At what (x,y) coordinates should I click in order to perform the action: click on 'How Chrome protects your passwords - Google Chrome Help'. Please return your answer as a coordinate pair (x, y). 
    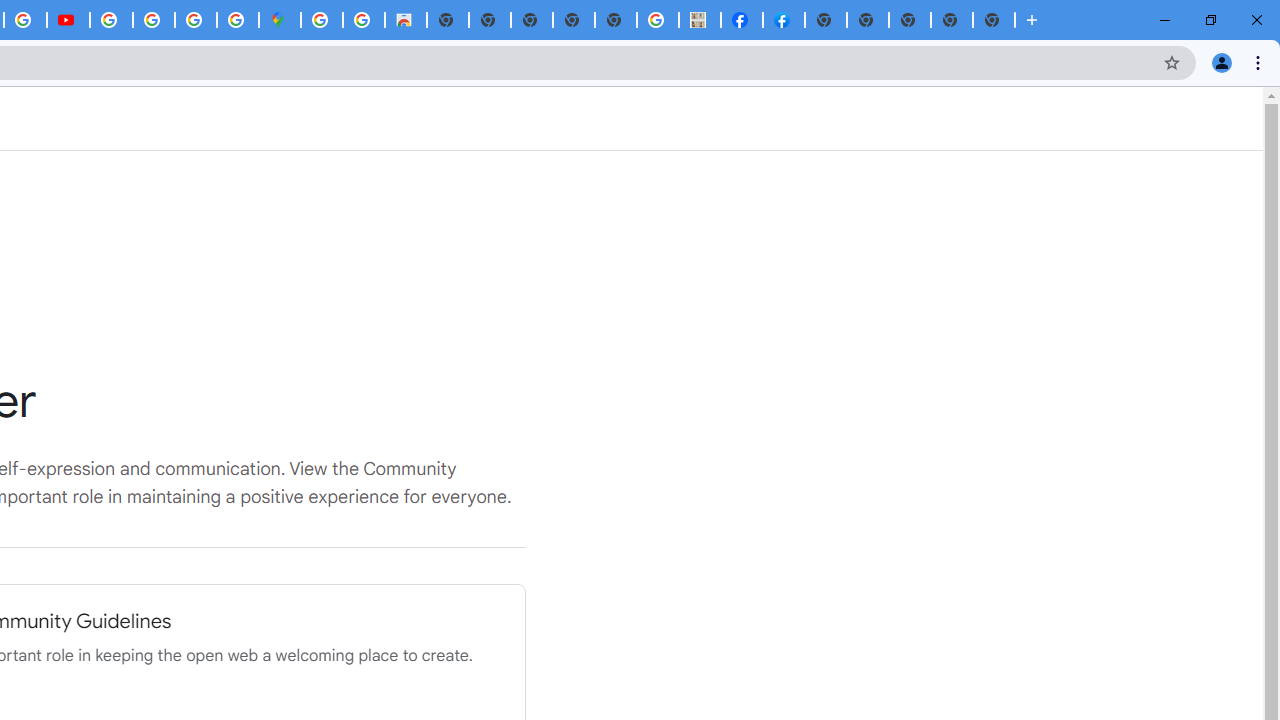
    Looking at the image, I should click on (110, 20).